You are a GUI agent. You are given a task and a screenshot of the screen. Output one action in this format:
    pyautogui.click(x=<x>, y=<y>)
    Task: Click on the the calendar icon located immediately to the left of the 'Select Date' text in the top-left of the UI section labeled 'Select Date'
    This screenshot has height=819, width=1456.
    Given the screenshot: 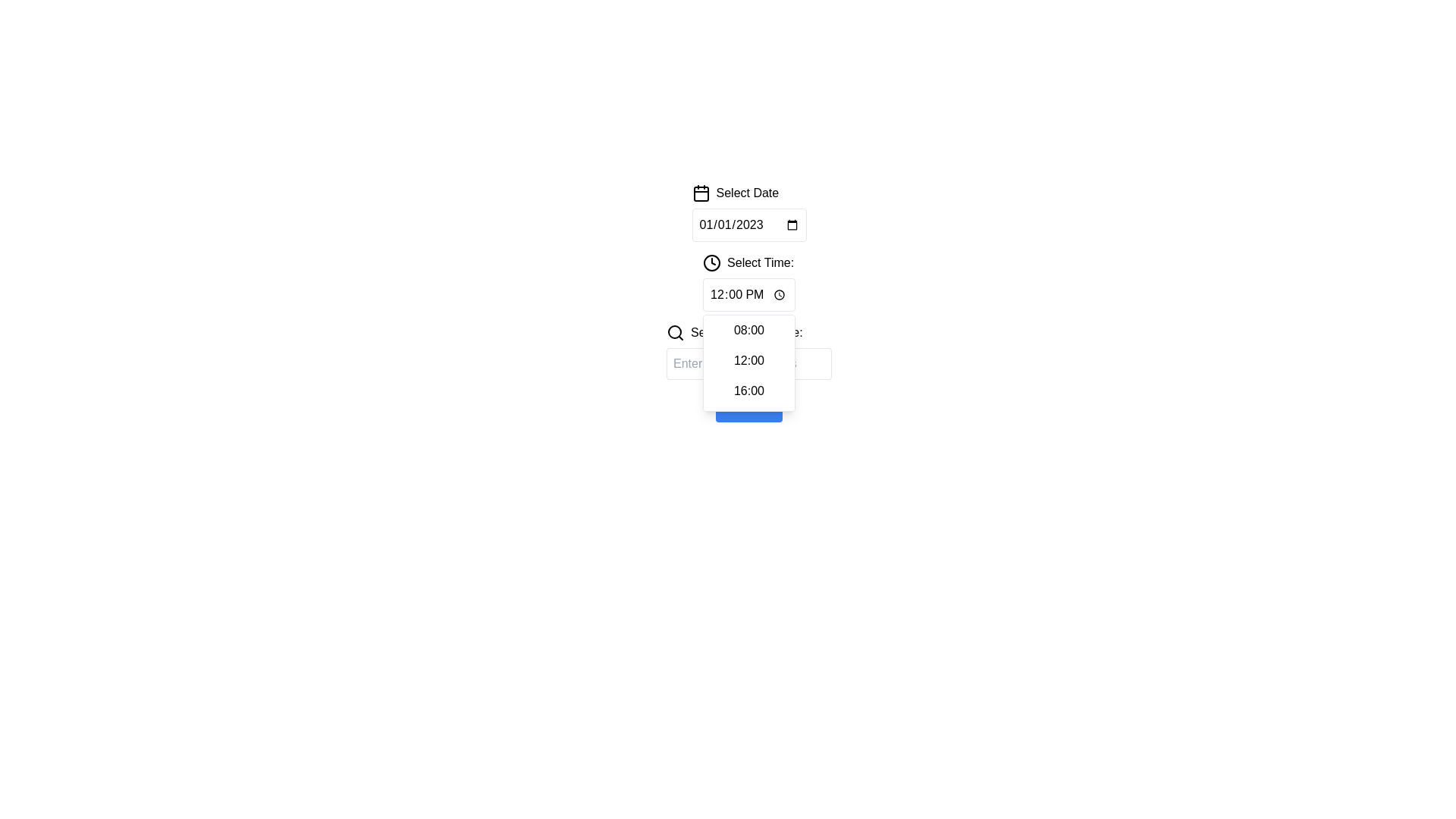 What is the action you would take?
    pyautogui.click(x=700, y=192)
    